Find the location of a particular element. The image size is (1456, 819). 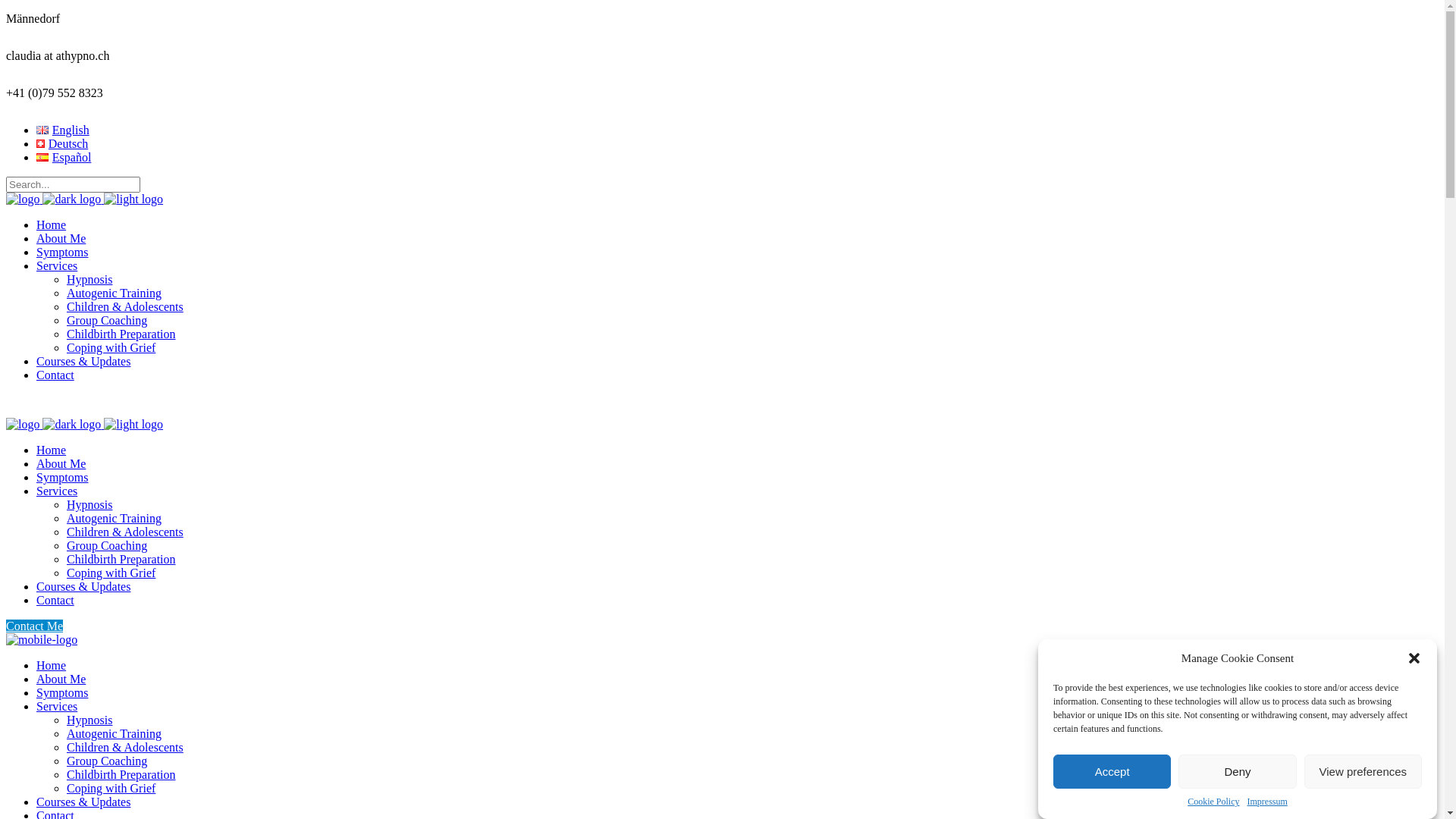

'Hypnosis' is located at coordinates (65, 719).